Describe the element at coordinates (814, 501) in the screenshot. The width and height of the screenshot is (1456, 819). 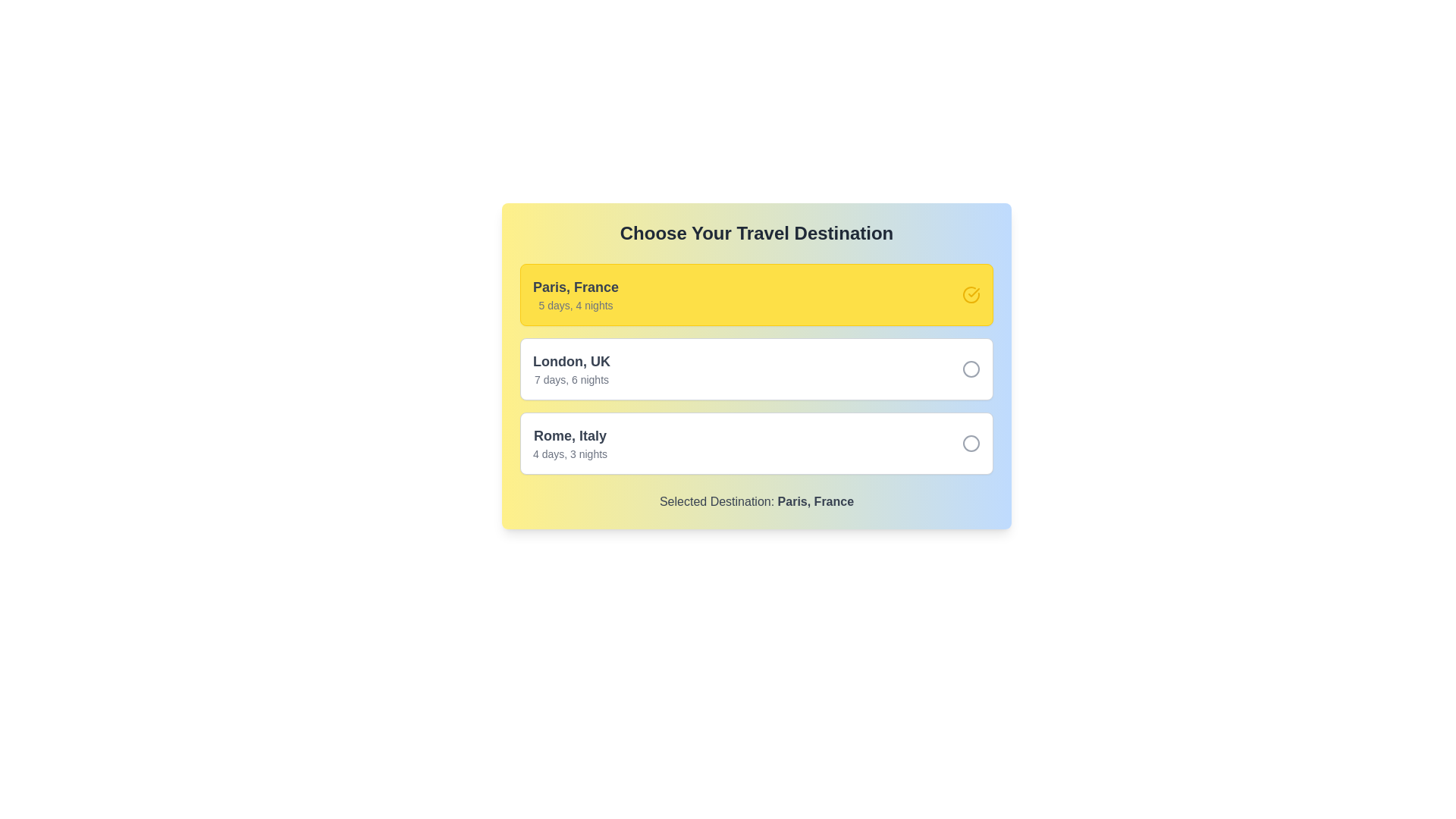
I see `the Text Label that displays the currently selected destination, located at the bottom of the interface, centered below the selection options` at that location.